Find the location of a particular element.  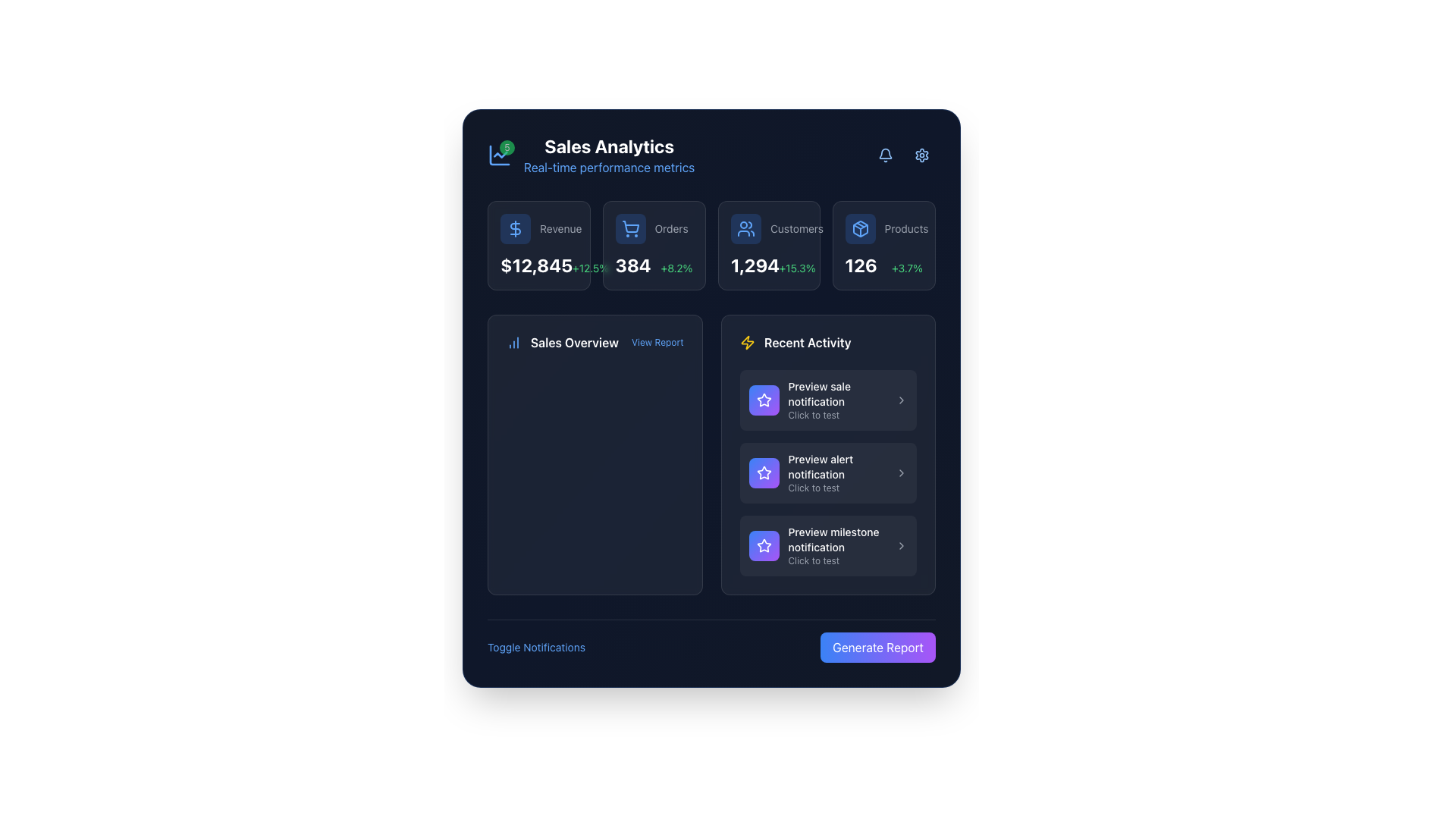

the small text label displaying 'Click to test' located beneath the 'Preview milestone notification' in the 'Recent Activity' section is located at coordinates (836, 561).